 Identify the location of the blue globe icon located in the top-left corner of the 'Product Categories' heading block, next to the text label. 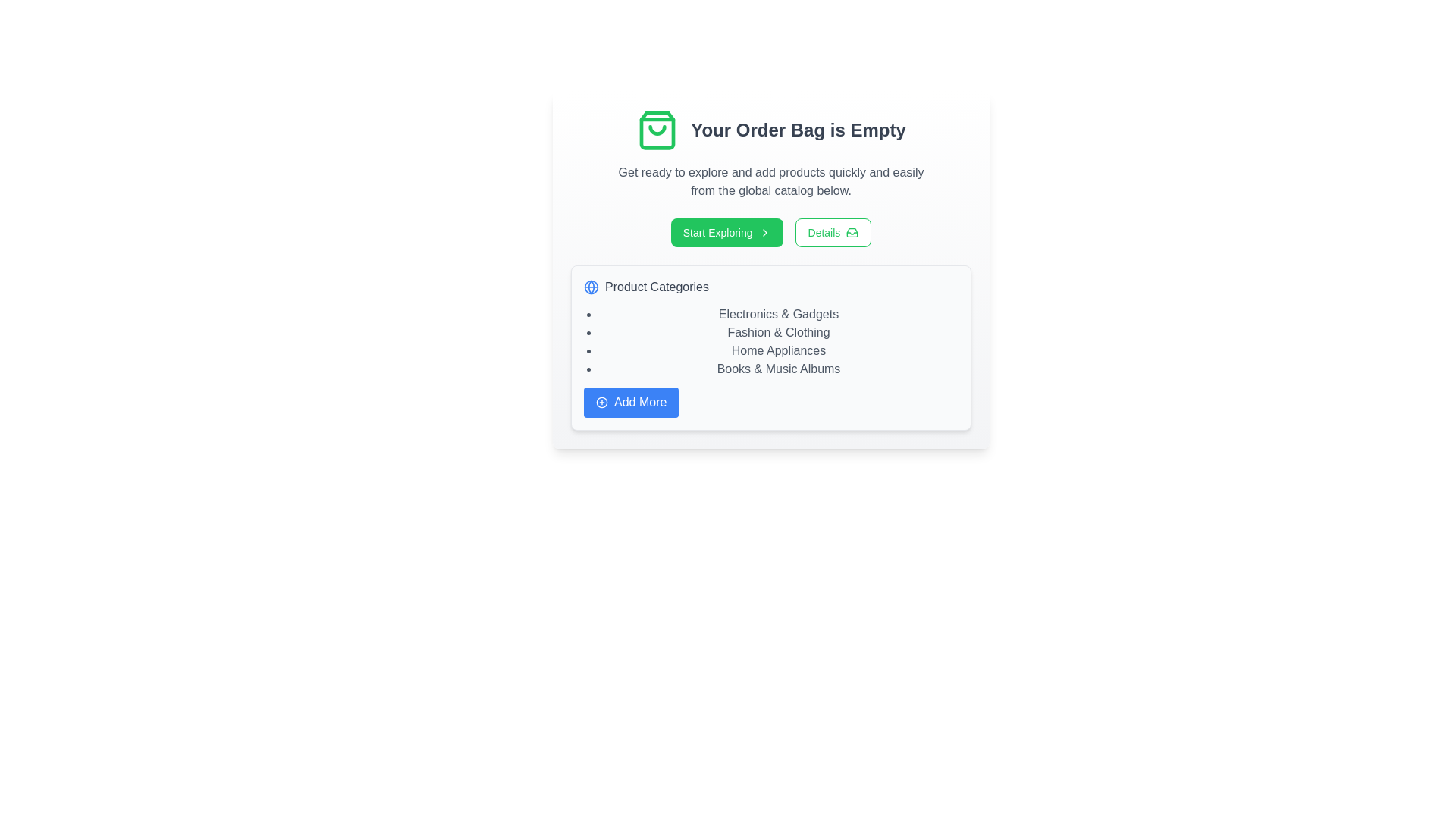
(590, 287).